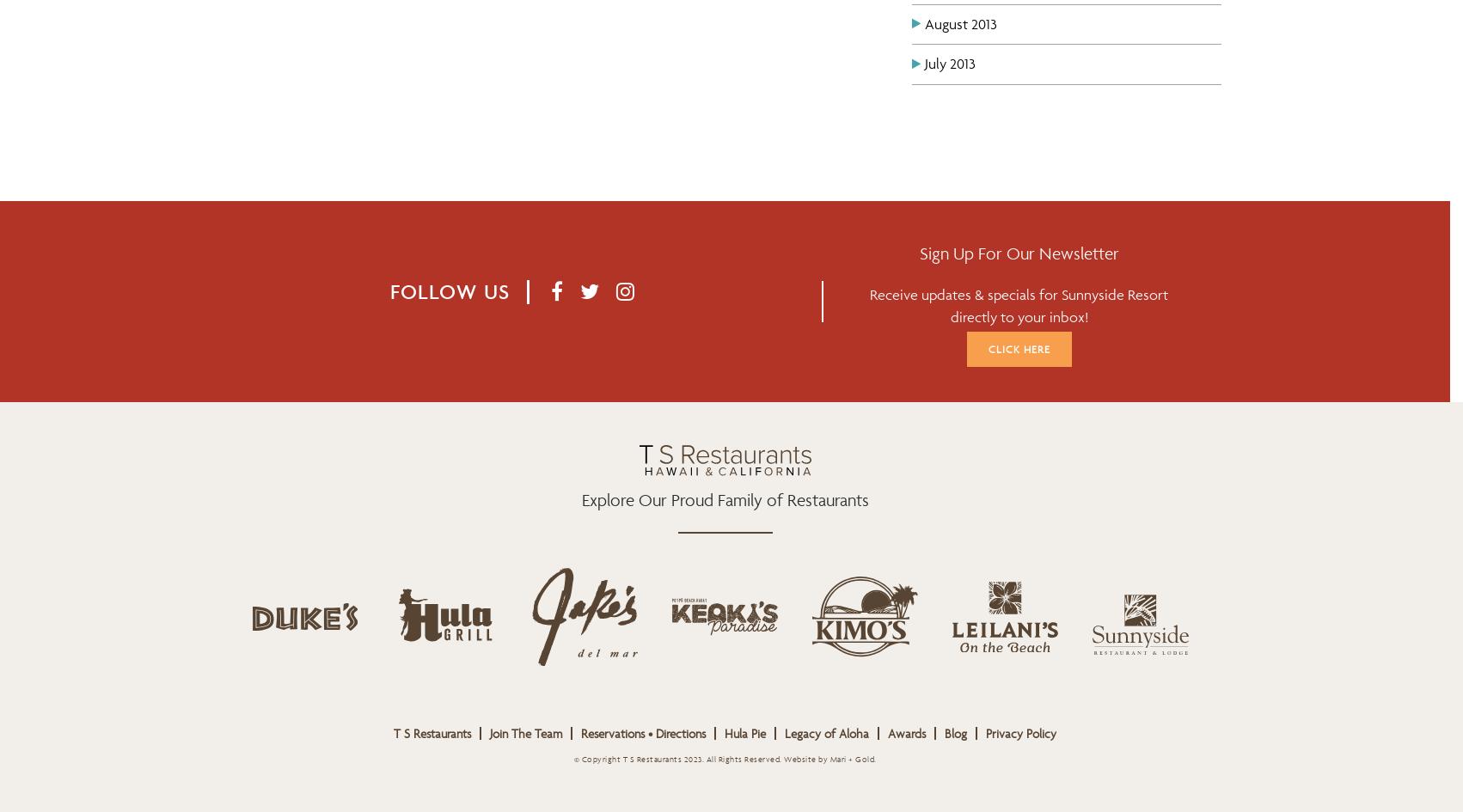  I want to click on 'July 2013', so click(949, 62).